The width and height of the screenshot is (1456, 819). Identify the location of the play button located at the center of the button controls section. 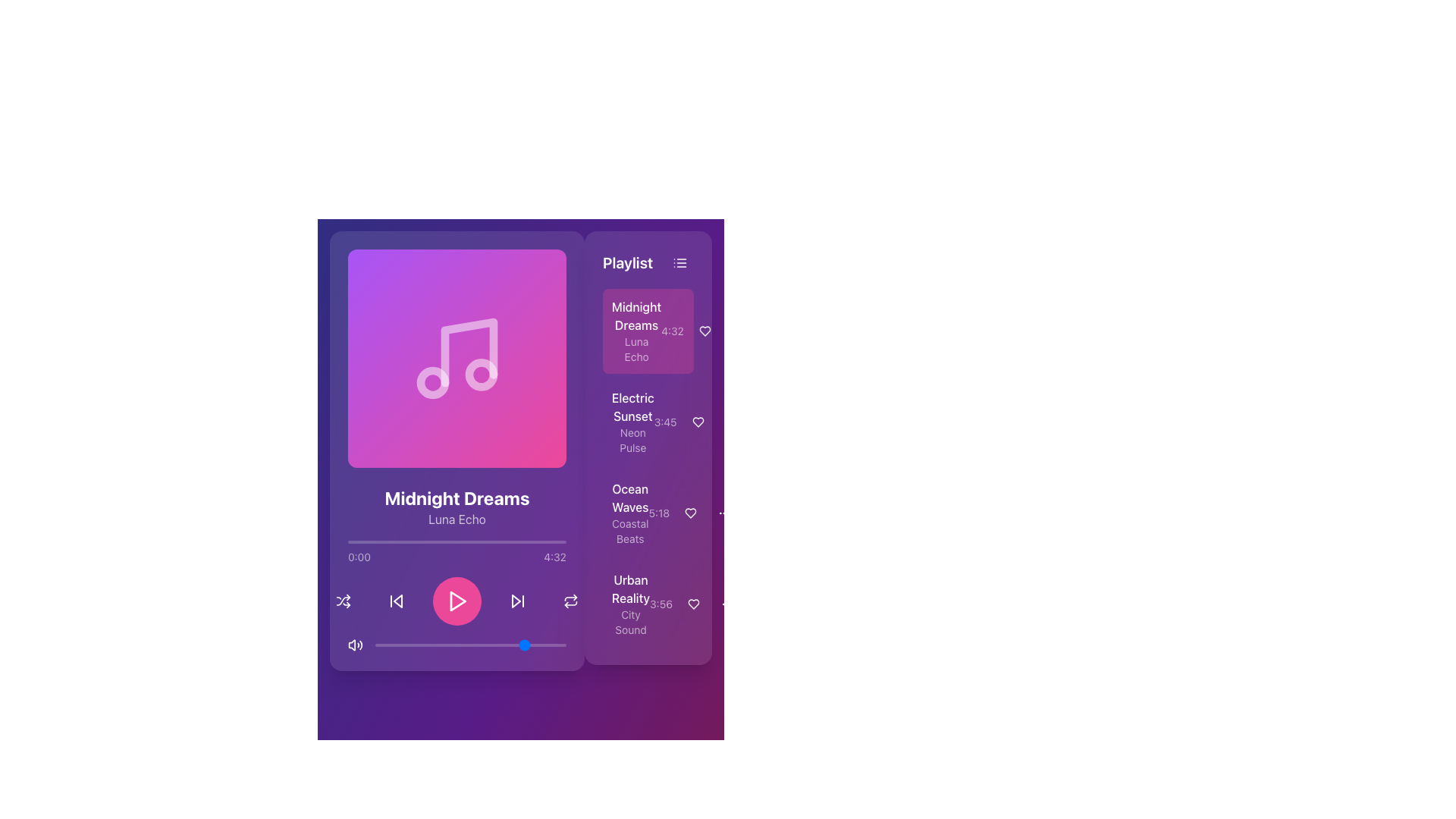
(457, 601).